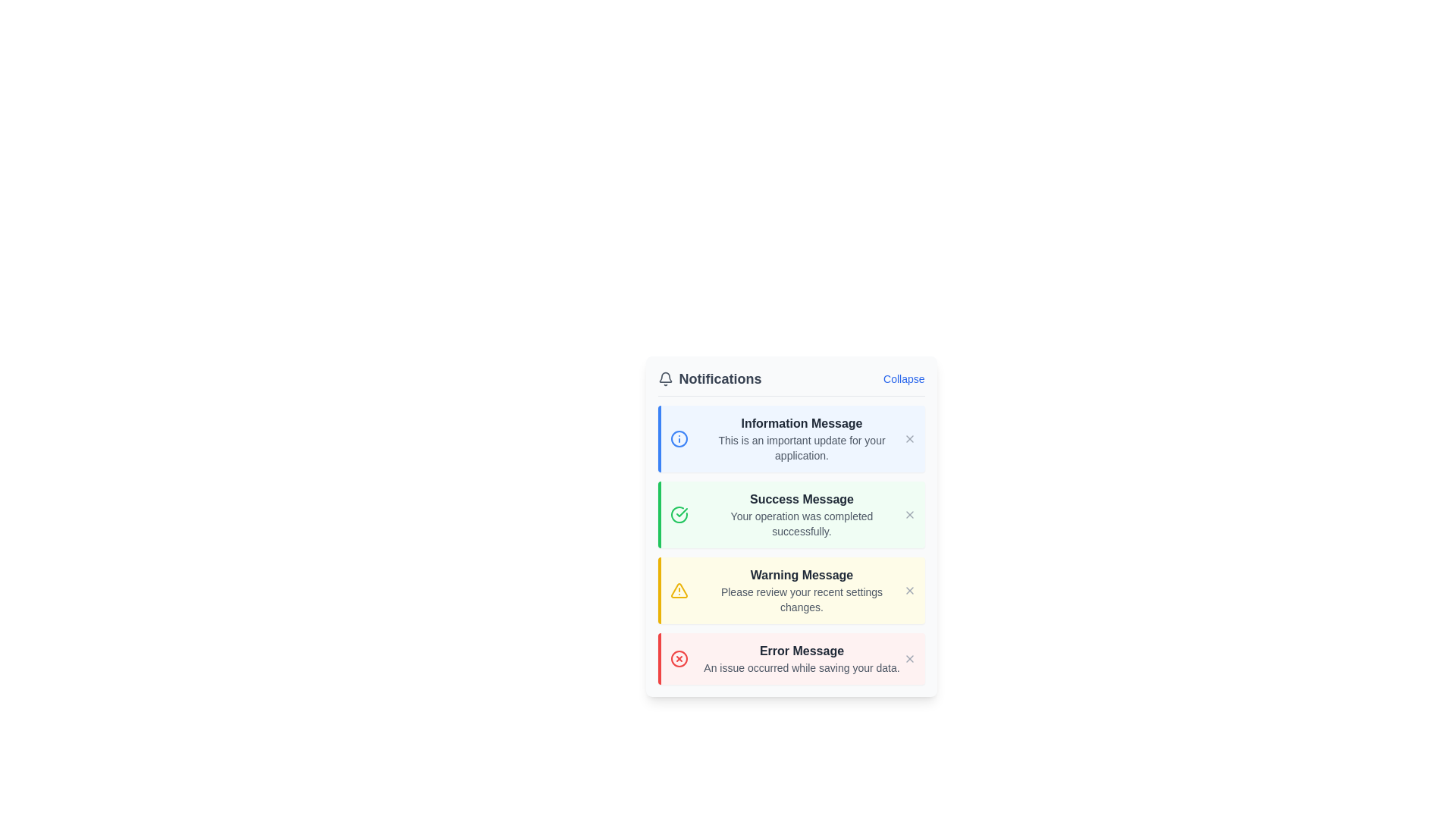 The height and width of the screenshot is (819, 1456). Describe the element at coordinates (678, 438) in the screenshot. I see `the circular shape icon representing the information message notification located in the first row of notification messages` at that location.